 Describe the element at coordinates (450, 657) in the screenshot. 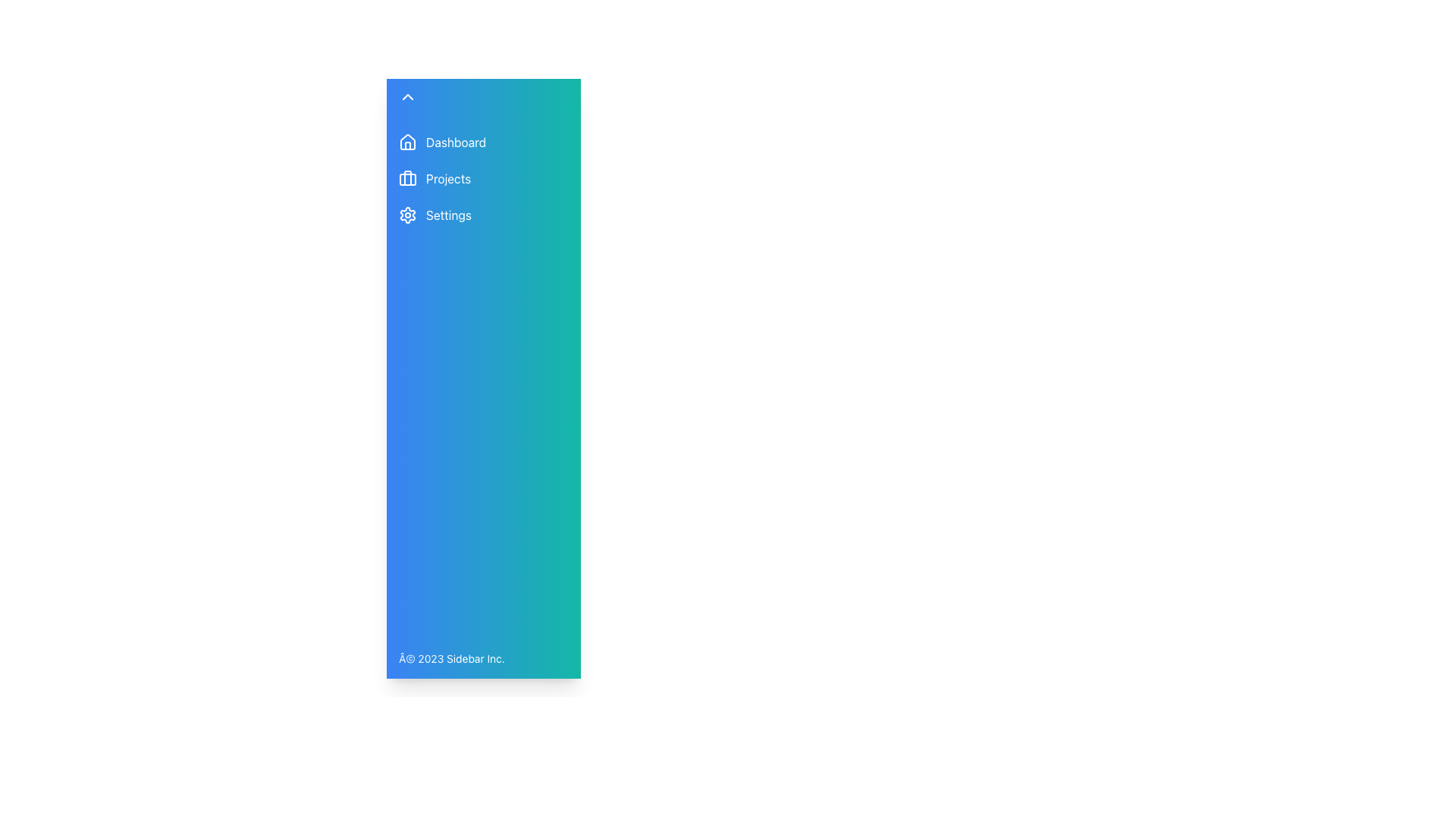

I see `the text label displaying '© 2023 Sidebar Inc.' which is centered at the bottom of the sidebar` at that location.